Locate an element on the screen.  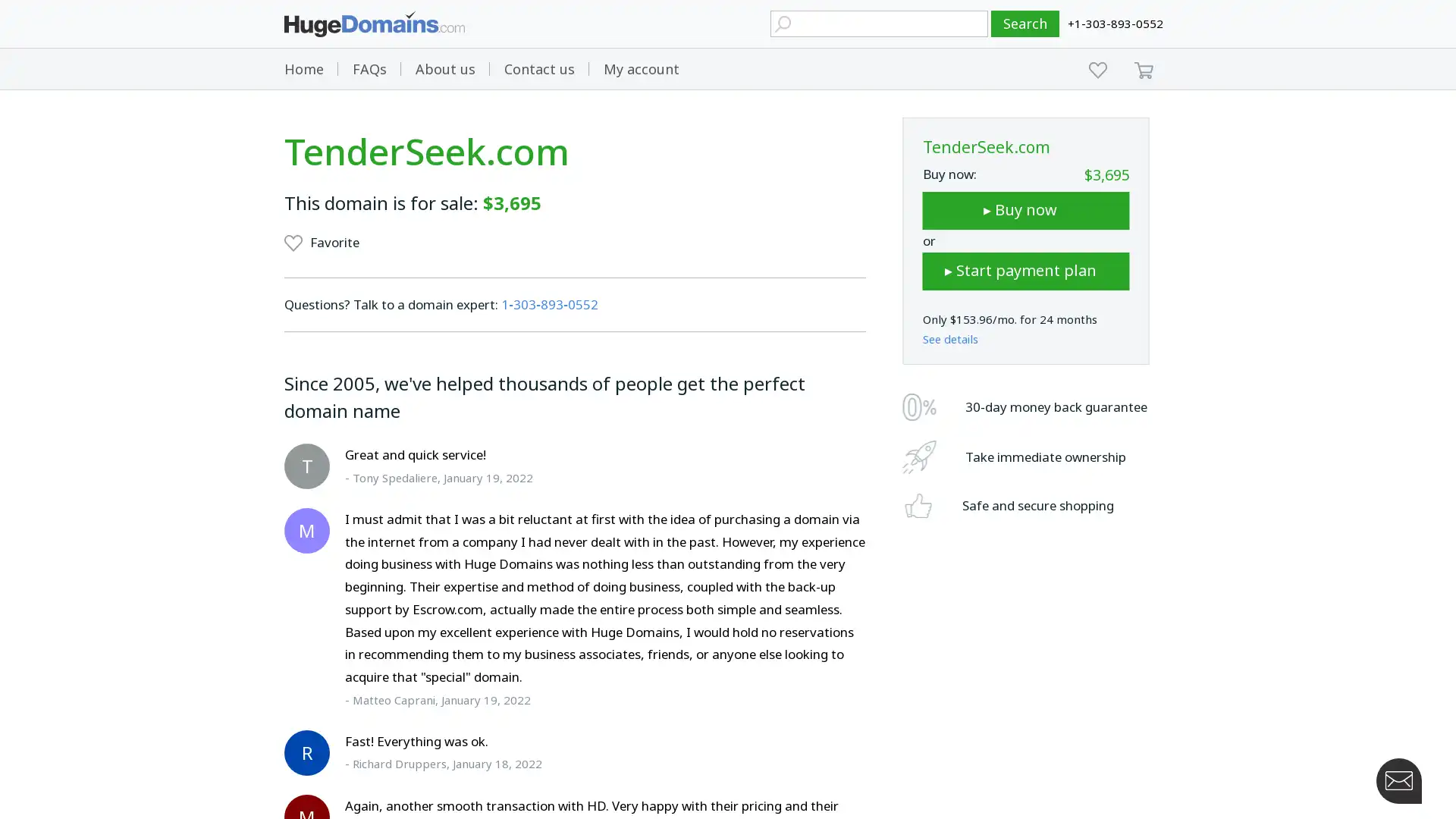
Search is located at coordinates (1025, 24).